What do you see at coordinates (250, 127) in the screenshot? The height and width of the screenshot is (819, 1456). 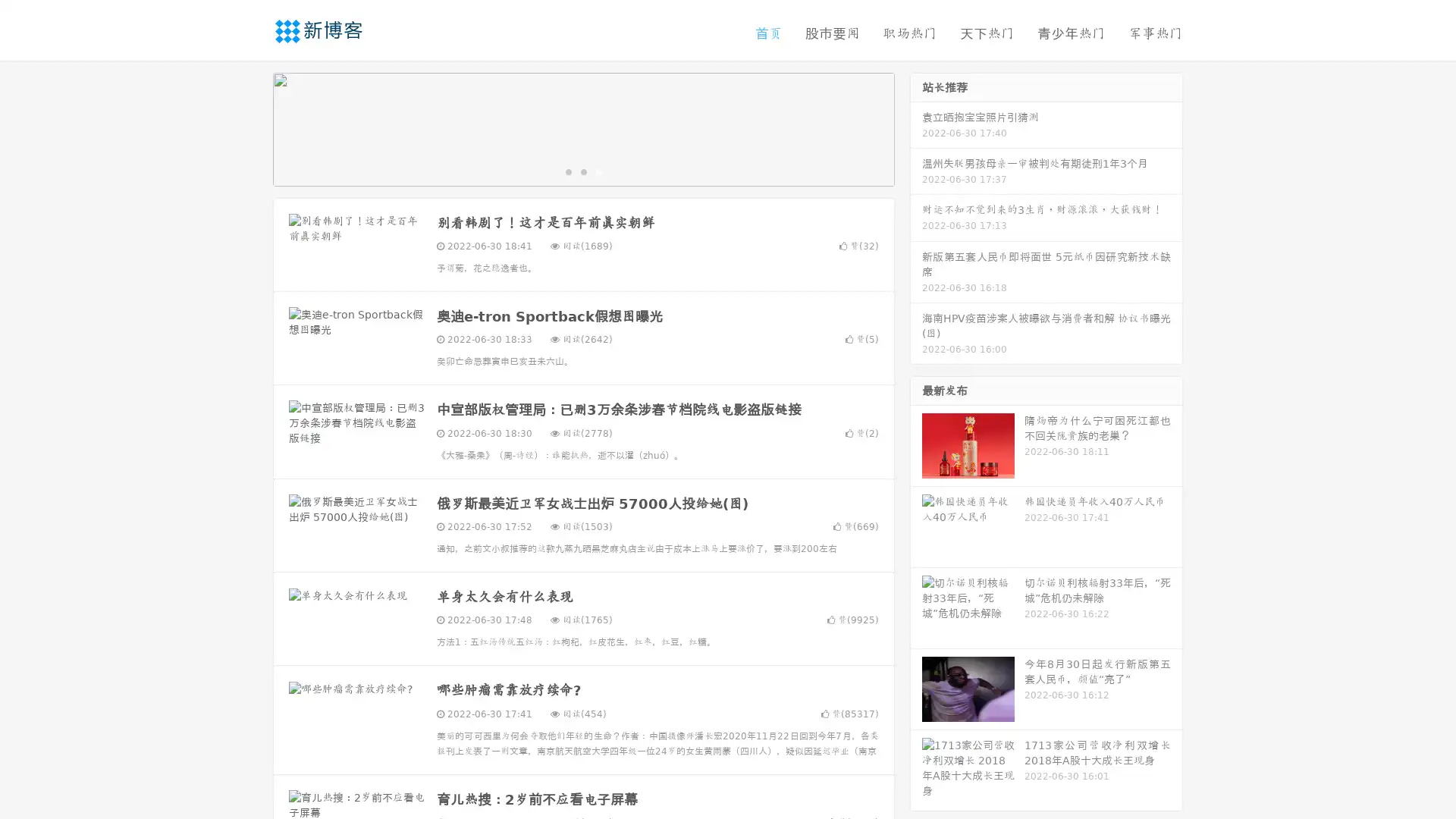 I see `Previous slide` at bounding box center [250, 127].